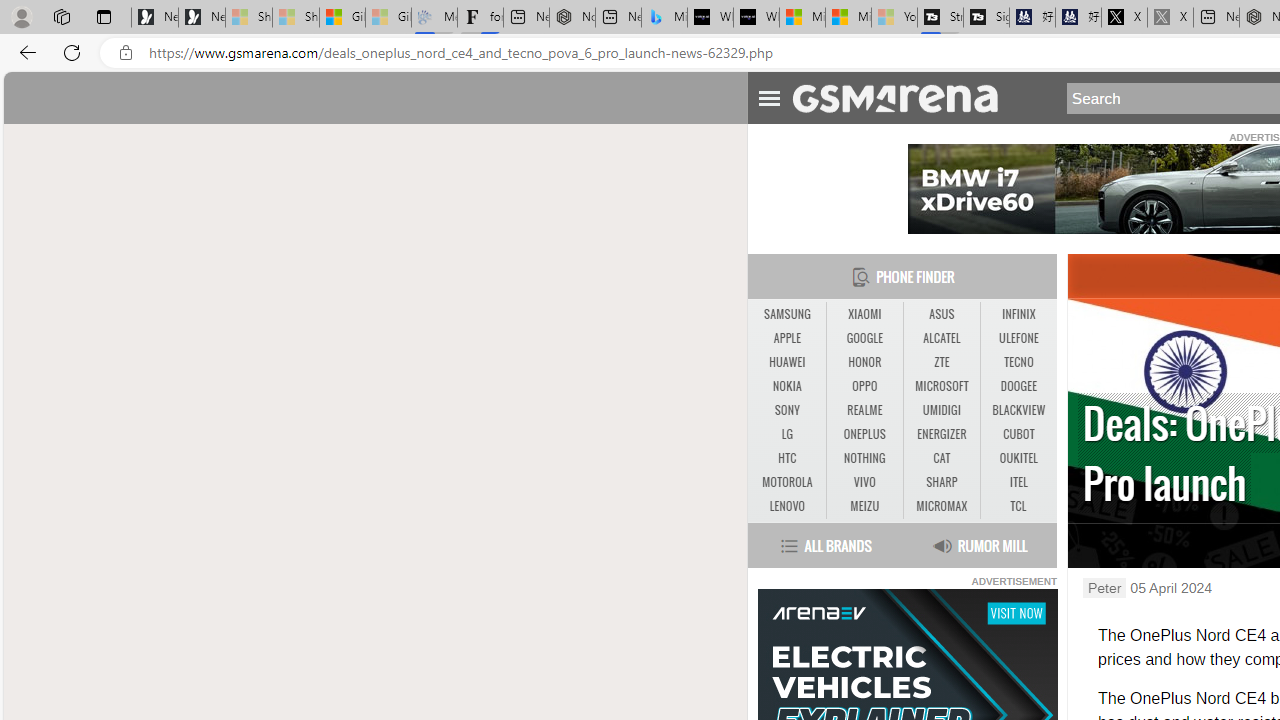 This screenshot has height=720, width=1280. Describe the element at coordinates (786, 482) in the screenshot. I see `'MOTOROLA'` at that location.